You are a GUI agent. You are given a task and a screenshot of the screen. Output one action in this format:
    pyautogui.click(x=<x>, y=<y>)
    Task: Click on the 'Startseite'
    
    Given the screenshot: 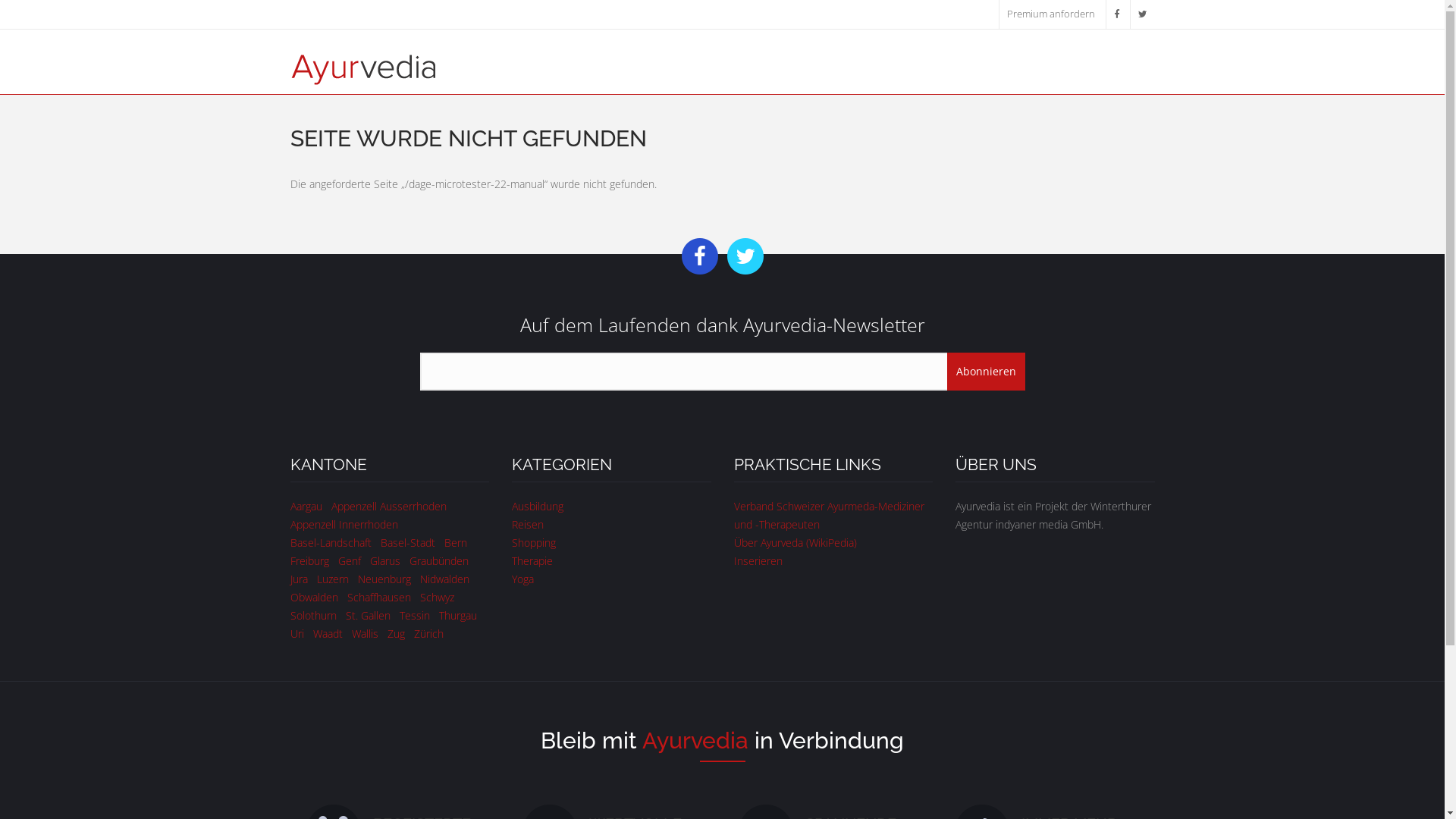 What is the action you would take?
    pyautogui.click(x=290, y=67)
    